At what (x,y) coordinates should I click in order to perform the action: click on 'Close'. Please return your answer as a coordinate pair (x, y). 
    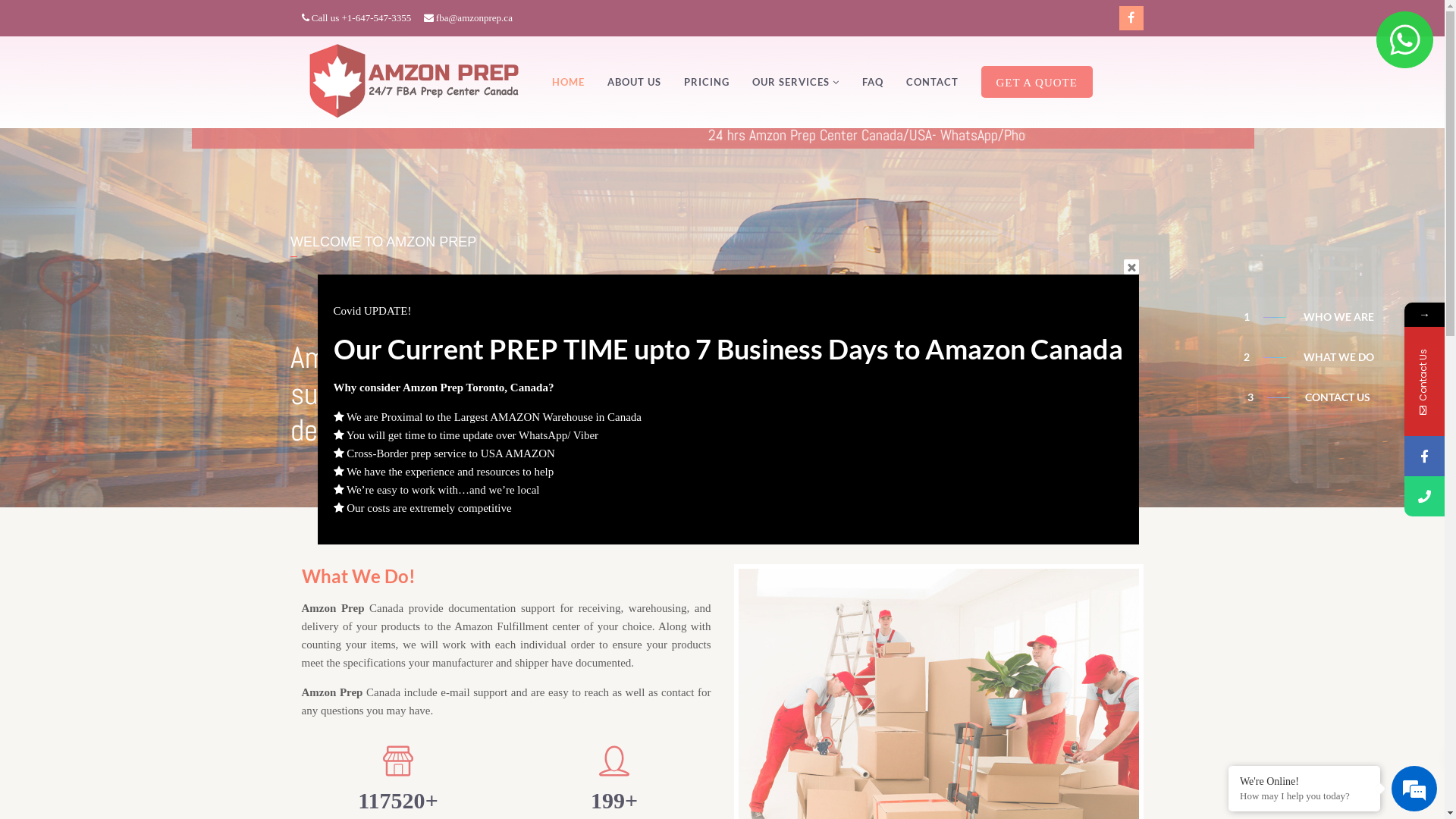
    Looking at the image, I should click on (1131, 265).